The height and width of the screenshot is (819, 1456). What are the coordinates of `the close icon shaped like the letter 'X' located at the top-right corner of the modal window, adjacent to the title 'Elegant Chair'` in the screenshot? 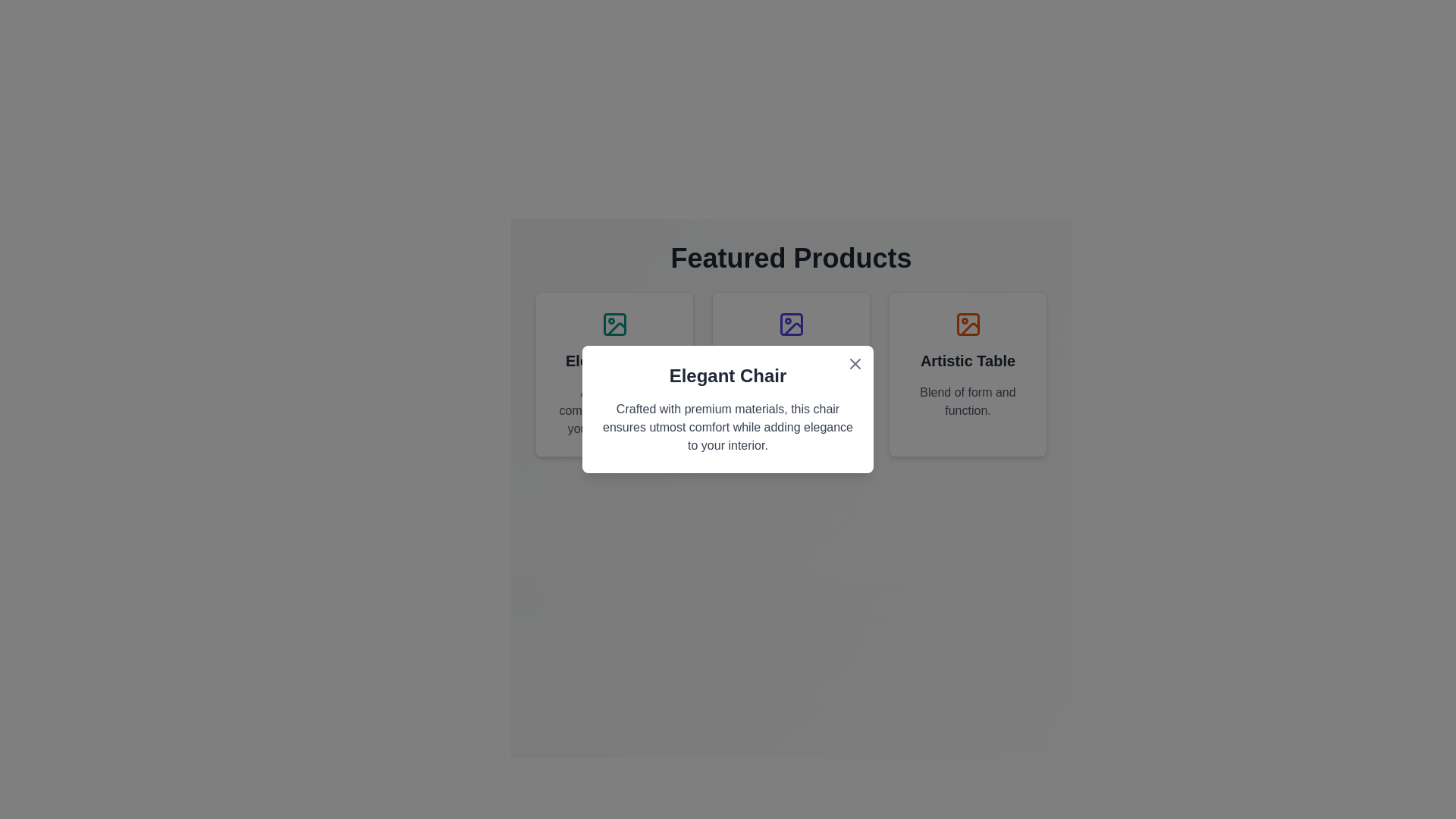 It's located at (855, 363).